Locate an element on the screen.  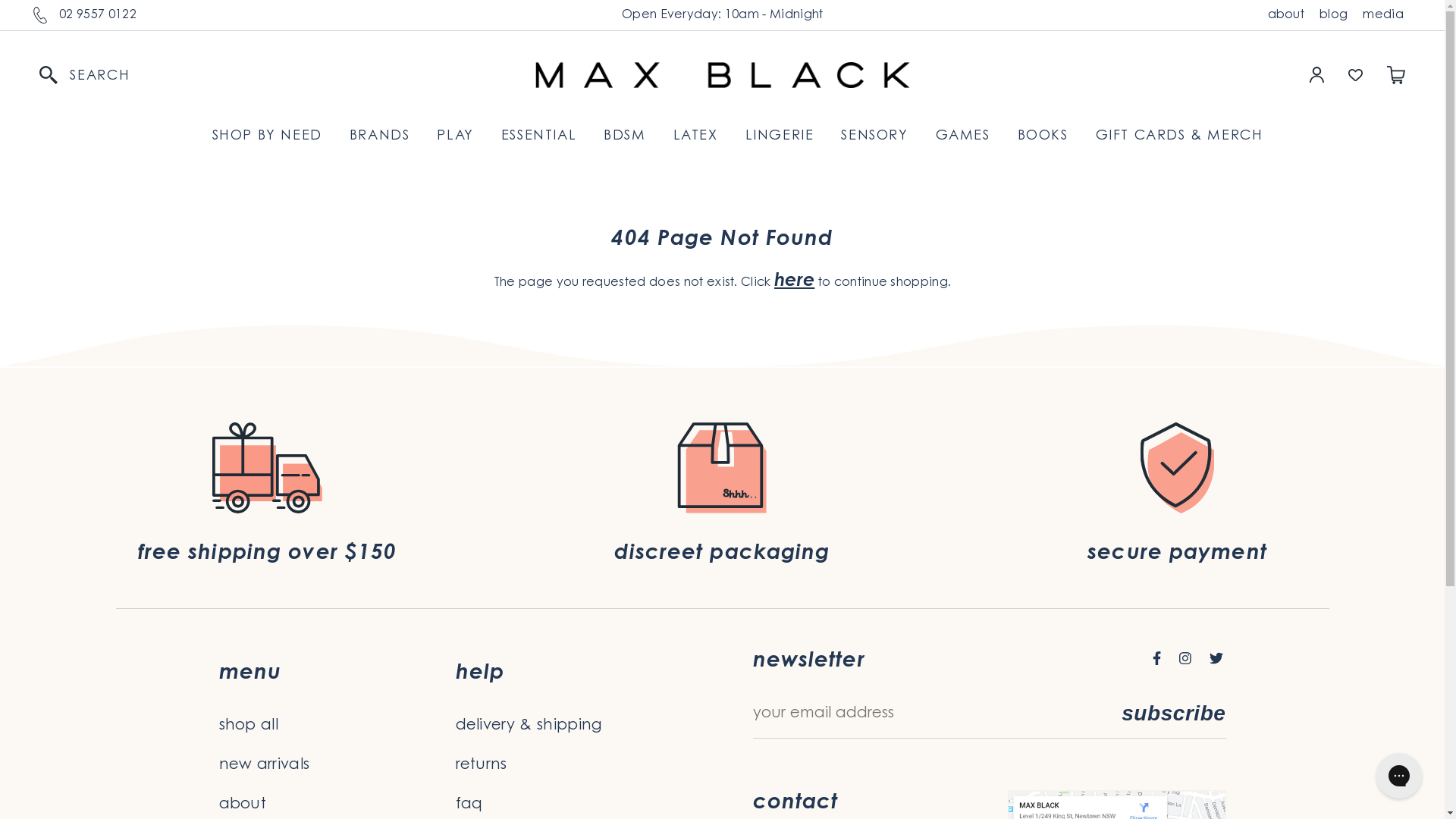
'SHOP BY NEED' is located at coordinates (267, 136).